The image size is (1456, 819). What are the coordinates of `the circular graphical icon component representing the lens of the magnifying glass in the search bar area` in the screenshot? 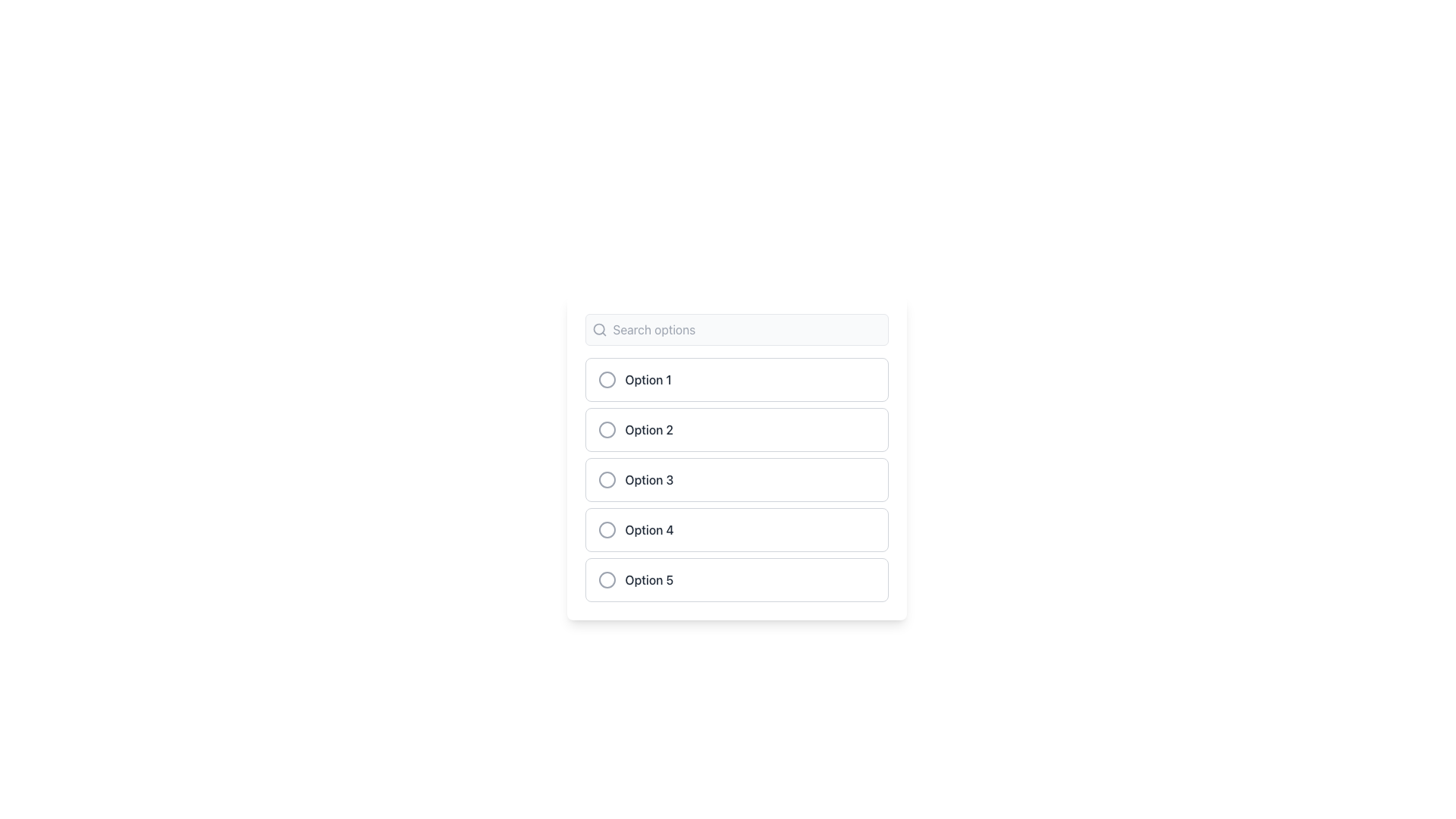 It's located at (598, 328).